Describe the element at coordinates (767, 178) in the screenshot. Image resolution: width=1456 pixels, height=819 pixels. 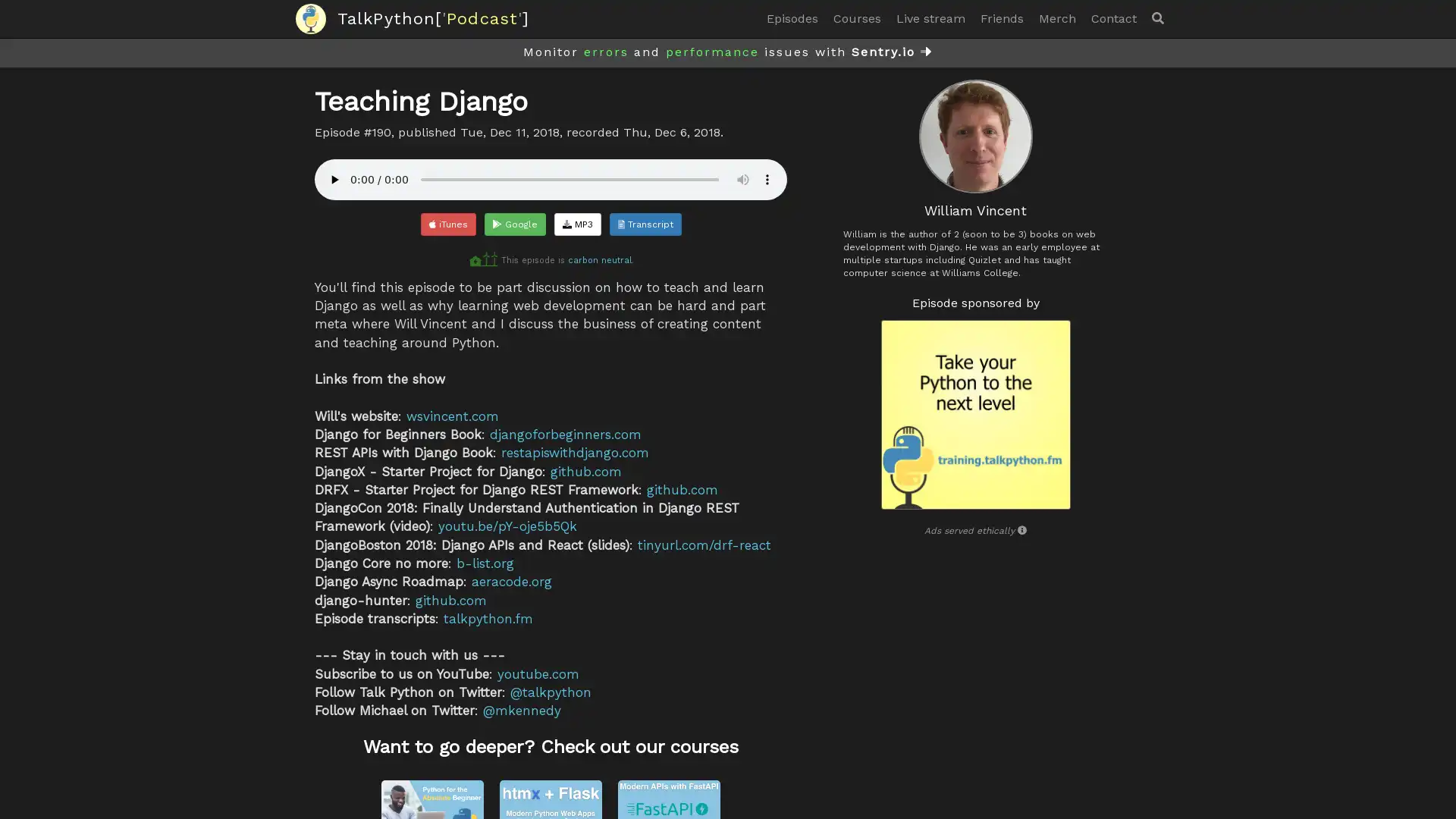
I see `show more media controls` at that location.